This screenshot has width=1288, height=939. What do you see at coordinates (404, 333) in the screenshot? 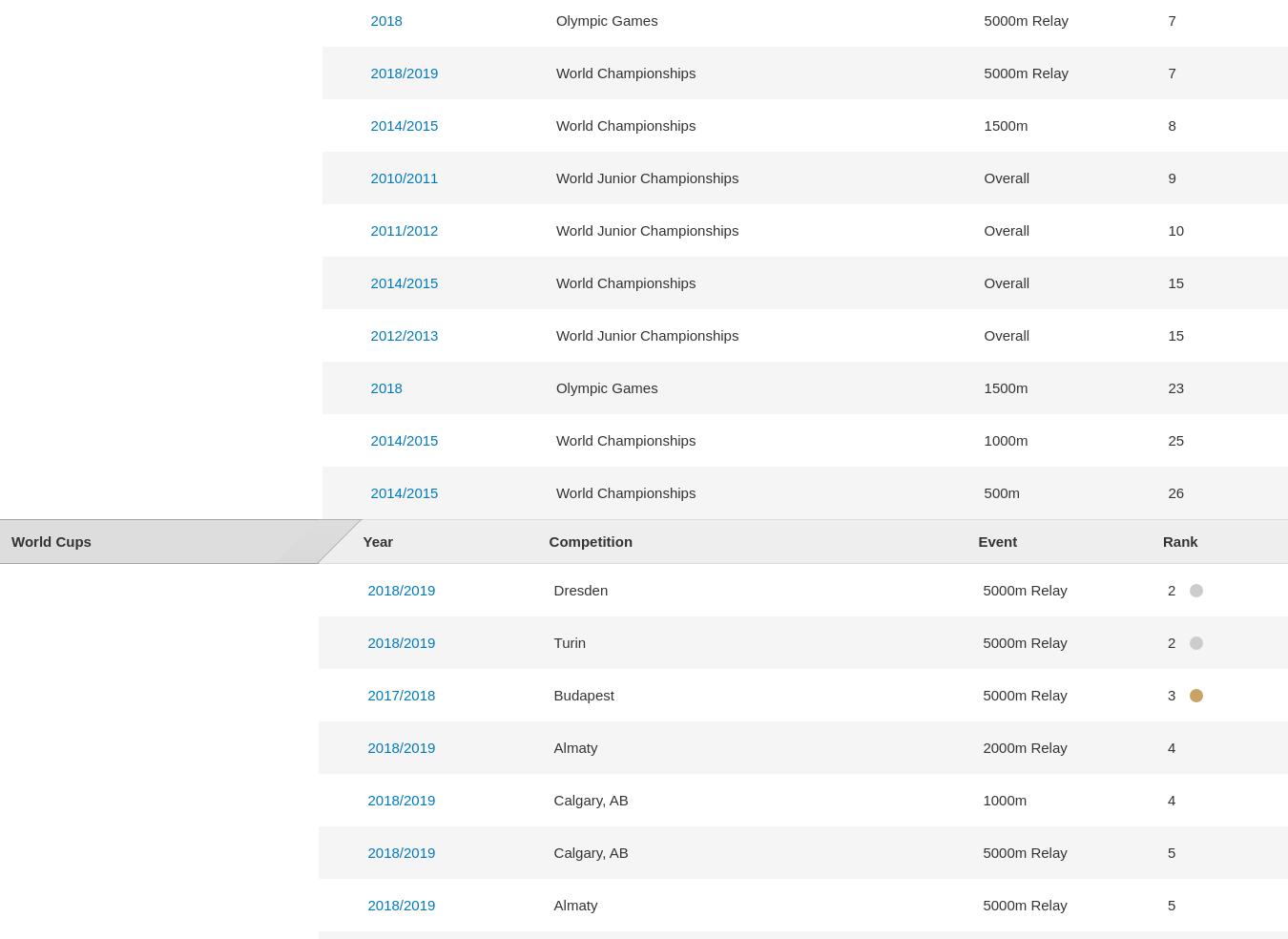
I see `'2012/2013'` at bounding box center [404, 333].